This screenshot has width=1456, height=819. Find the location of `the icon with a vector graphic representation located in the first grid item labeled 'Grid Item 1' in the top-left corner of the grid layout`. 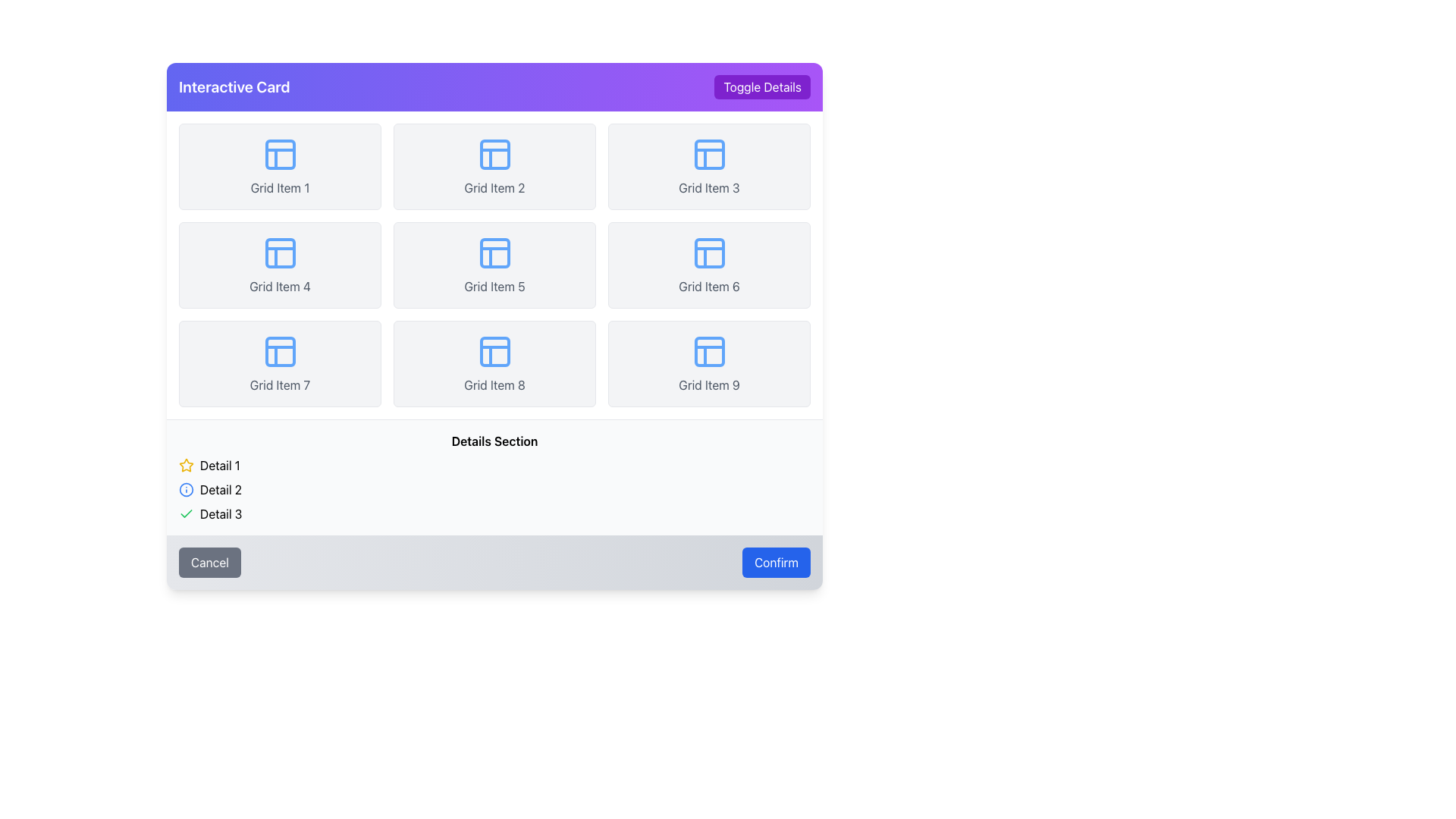

the icon with a vector graphic representation located in the first grid item labeled 'Grid Item 1' in the top-left corner of the grid layout is located at coordinates (280, 155).